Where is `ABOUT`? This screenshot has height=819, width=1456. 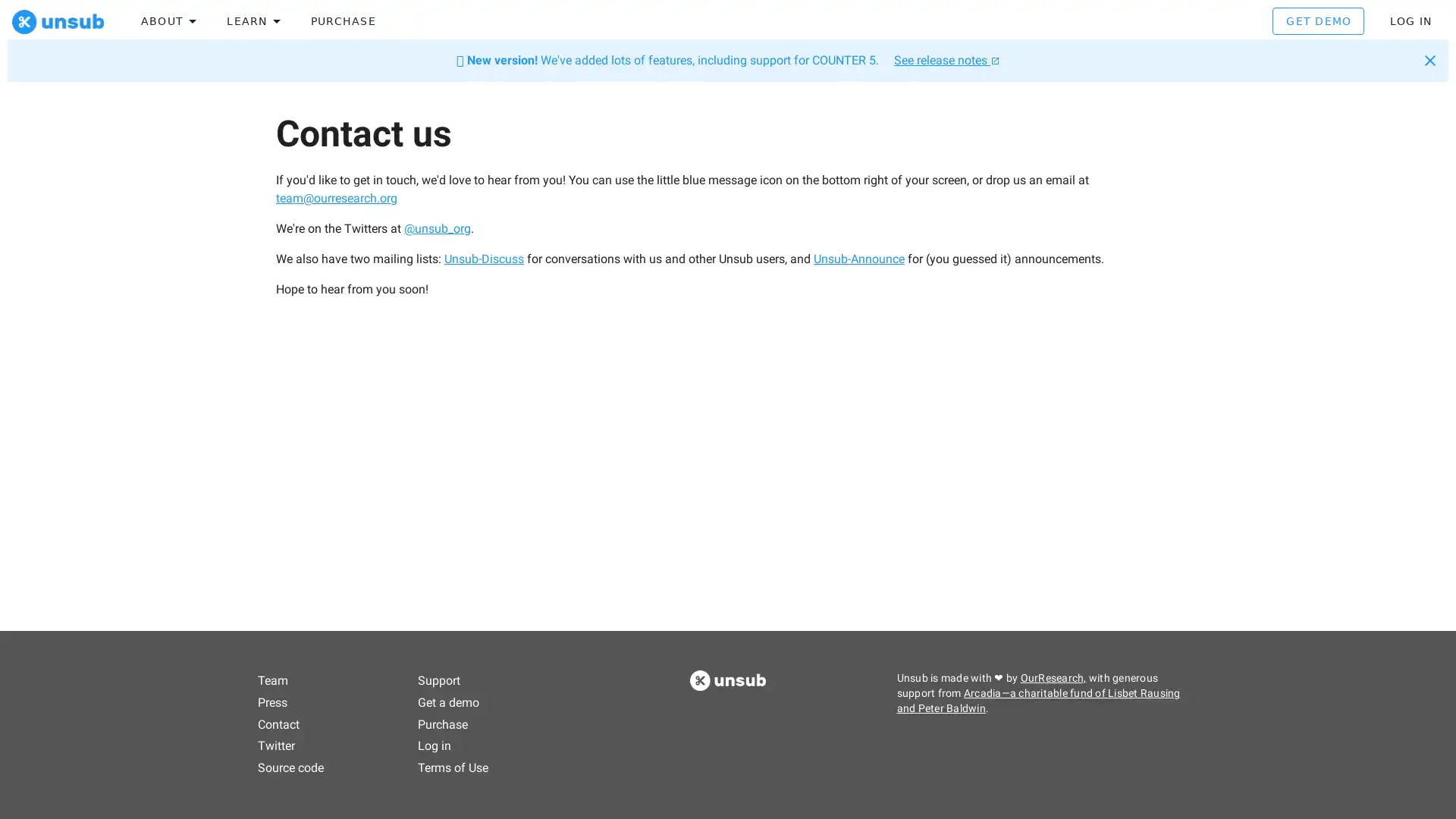
ABOUT is located at coordinates (168, 24).